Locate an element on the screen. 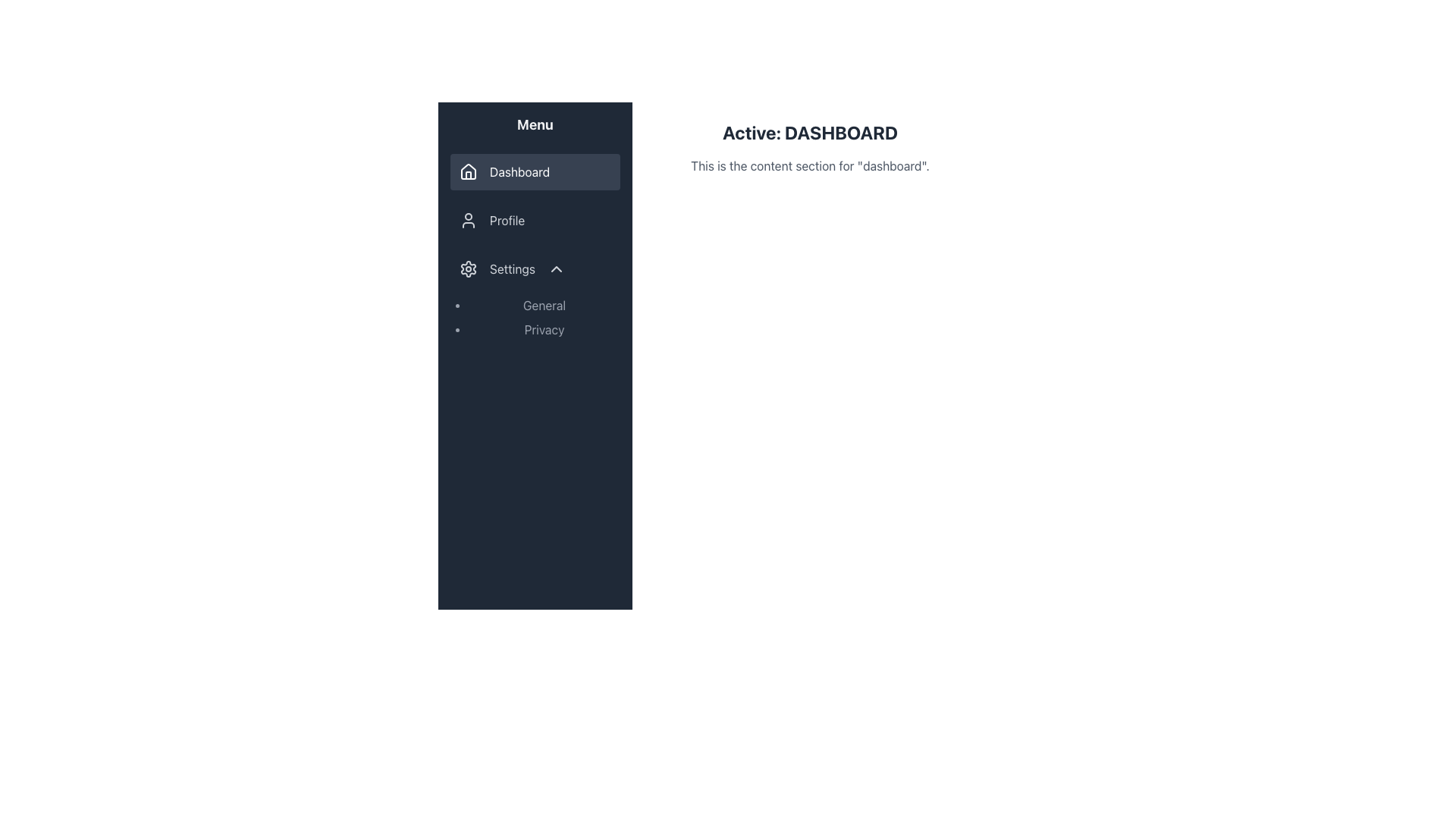 The width and height of the screenshot is (1456, 819). the 'Dashboard' menu item, which is the first item in the left-hand menu with a house icon and white font on a dark background is located at coordinates (535, 171).